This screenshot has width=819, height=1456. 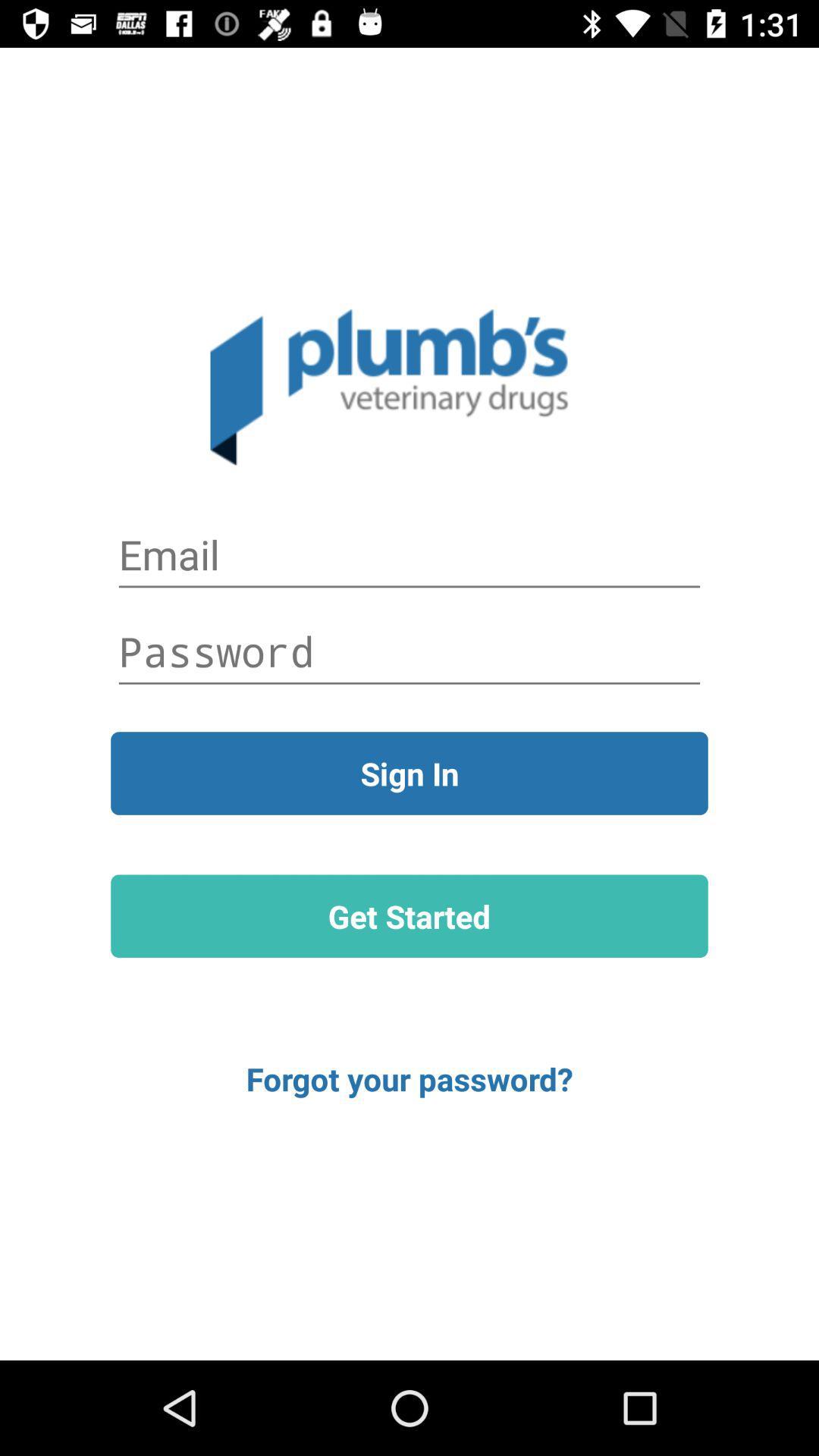 What do you see at coordinates (409, 915) in the screenshot?
I see `the get started icon` at bounding box center [409, 915].